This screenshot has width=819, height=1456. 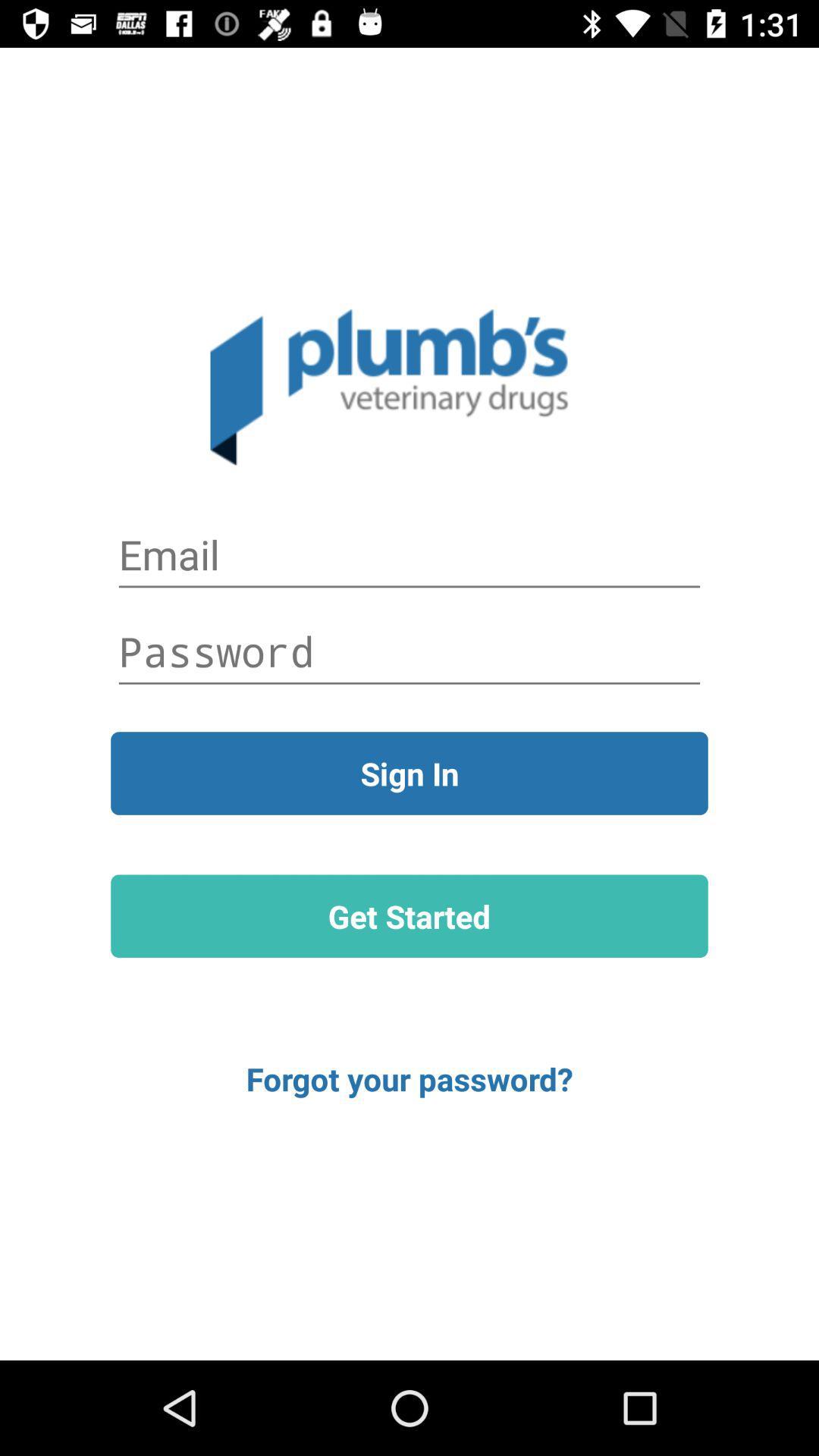 What do you see at coordinates (409, 915) in the screenshot?
I see `the get started icon` at bounding box center [409, 915].